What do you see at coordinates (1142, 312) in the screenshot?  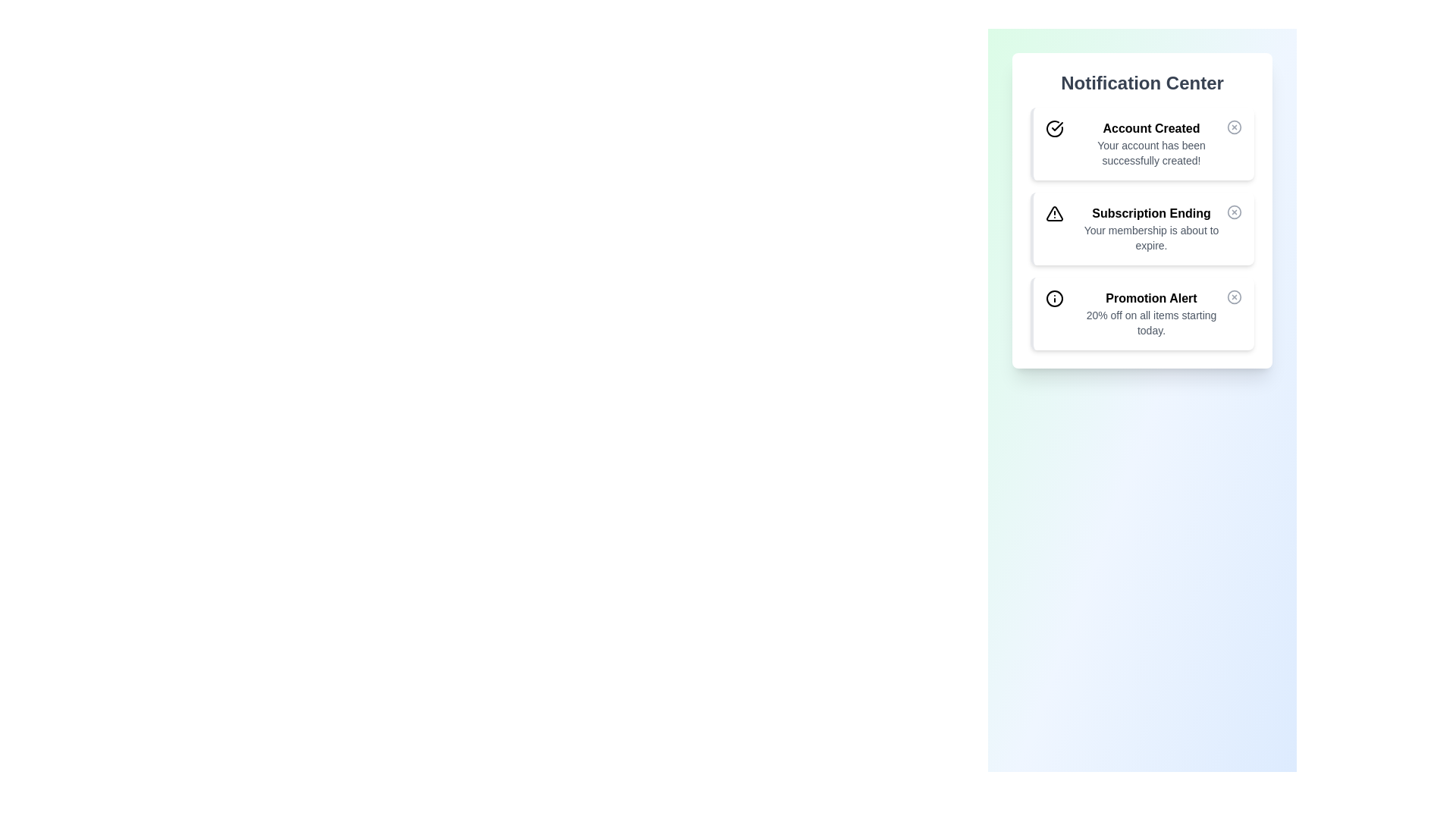 I see `the third notification card in the Notification Center that has a light blue background, a 'Promotion Alert' title, and a close button on the right` at bounding box center [1142, 312].